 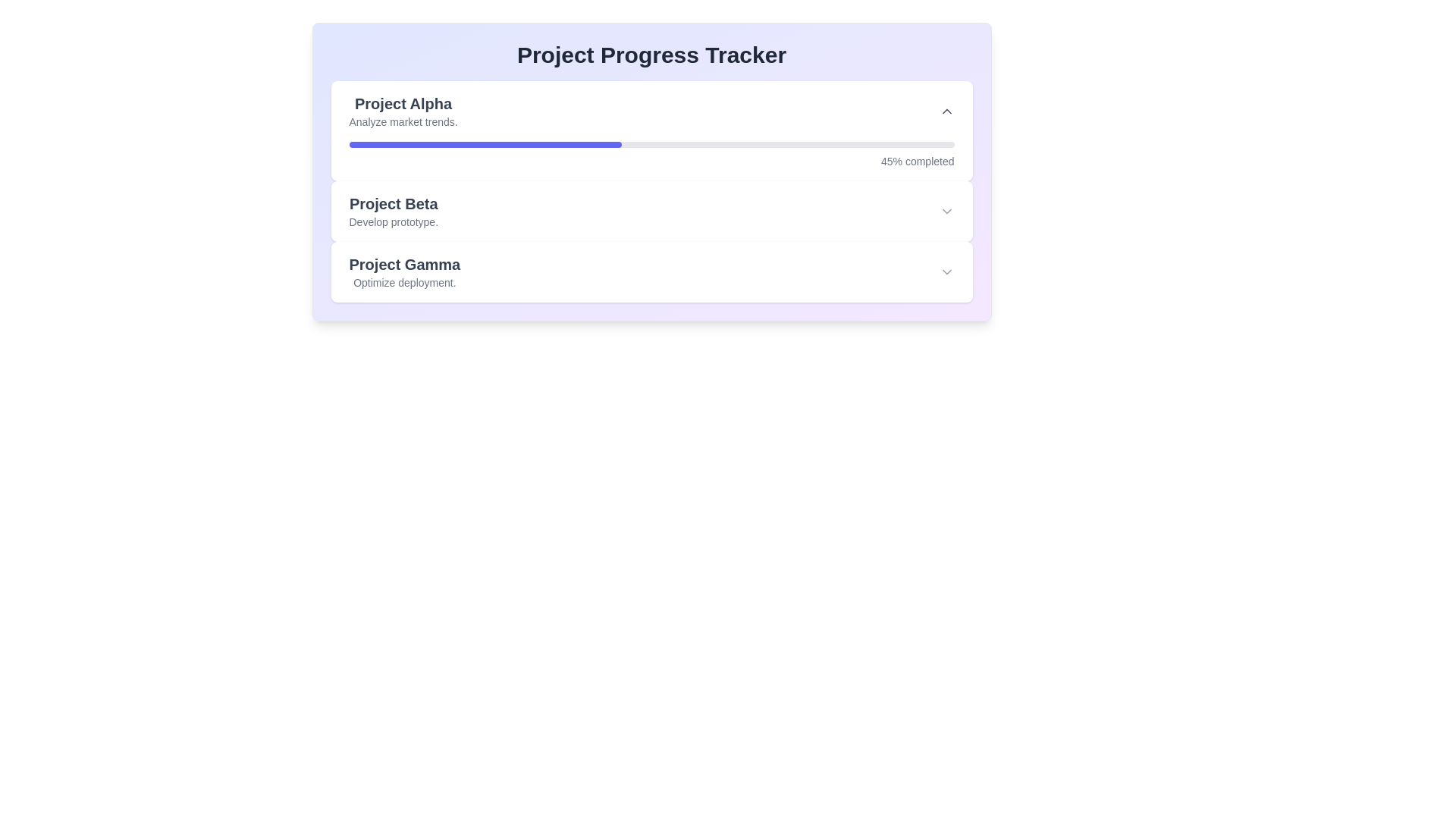 I want to click on the label displaying 'Project Beta' which is the second task in the 'Project Progress Tracker', positioned between 'Project Alpha' and 'Project Gamma', so click(x=394, y=211).